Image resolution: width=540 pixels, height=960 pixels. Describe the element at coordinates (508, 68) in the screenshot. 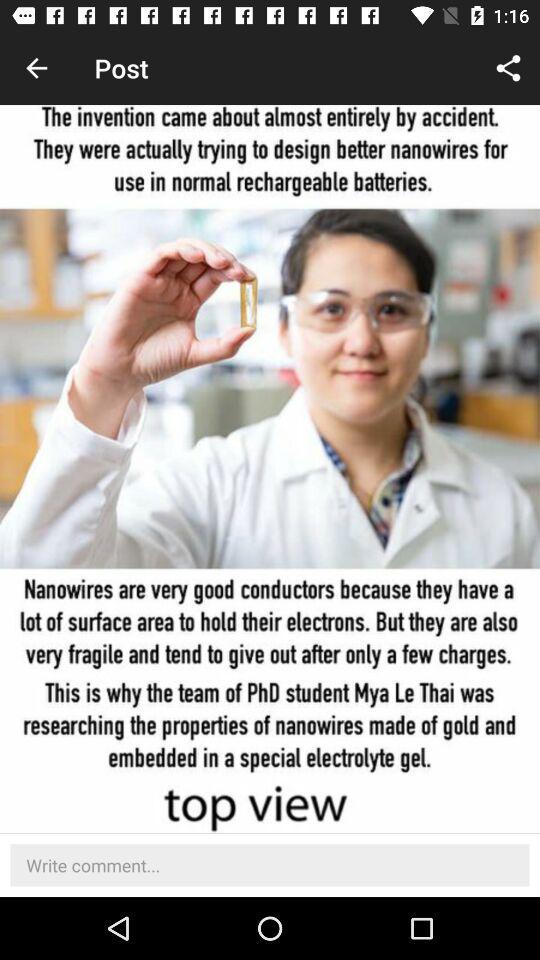

I see `icon next to post icon` at that location.